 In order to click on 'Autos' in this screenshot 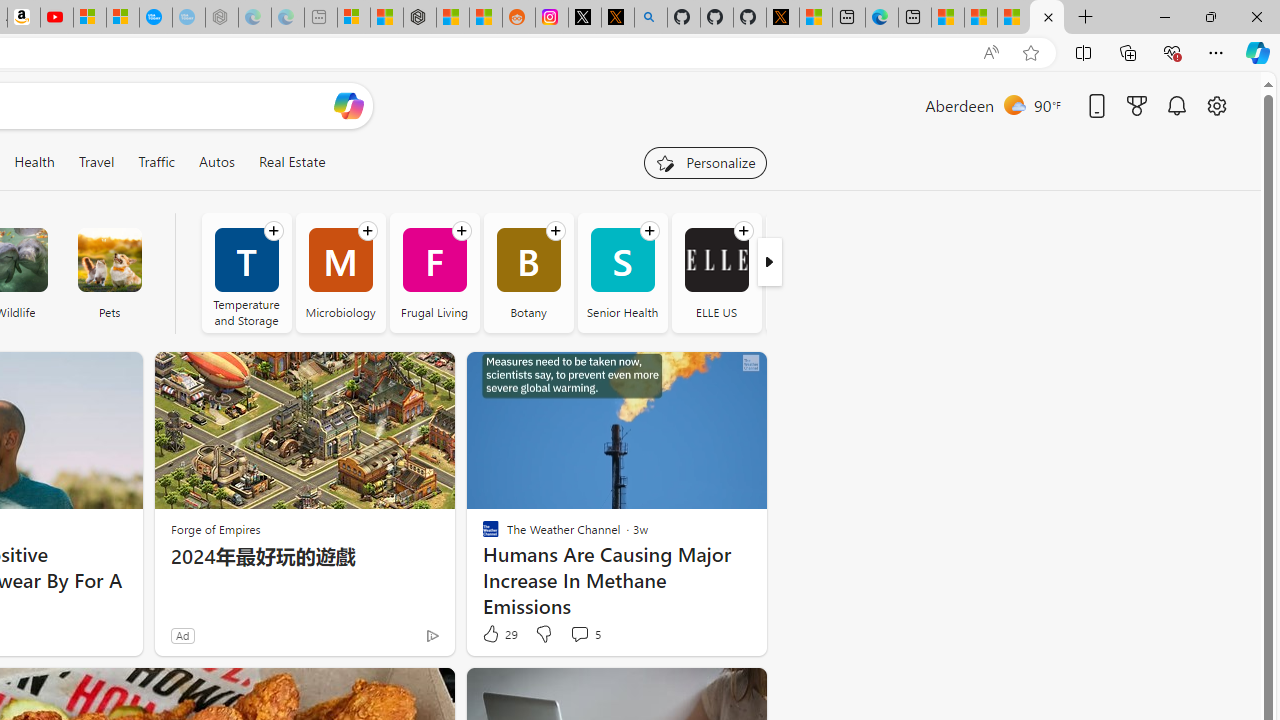, I will do `click(216, 161)`.